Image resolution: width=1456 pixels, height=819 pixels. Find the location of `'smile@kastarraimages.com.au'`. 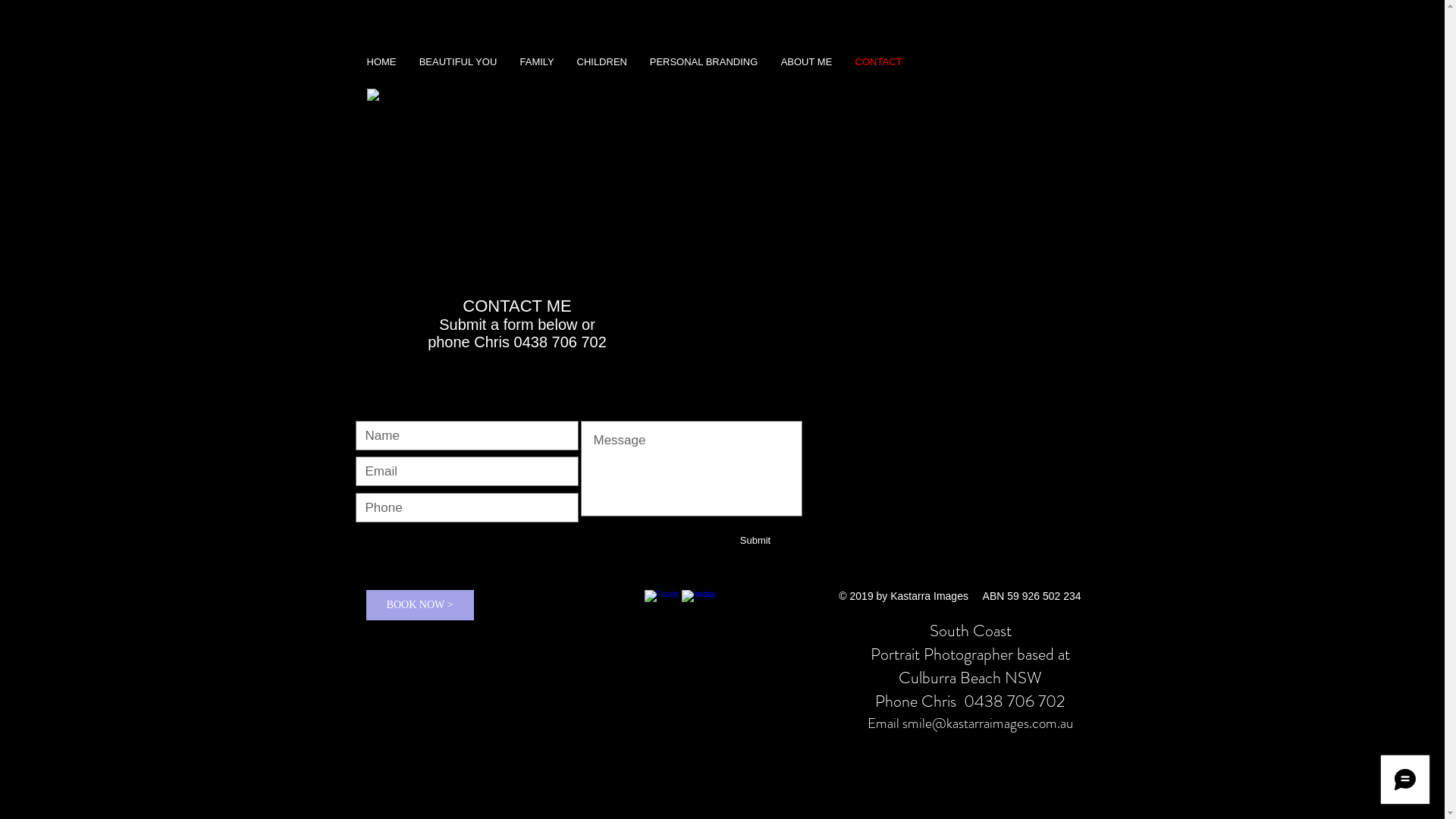

'smile@kastarraimages.com.au' is located at coordinates (987, 722).